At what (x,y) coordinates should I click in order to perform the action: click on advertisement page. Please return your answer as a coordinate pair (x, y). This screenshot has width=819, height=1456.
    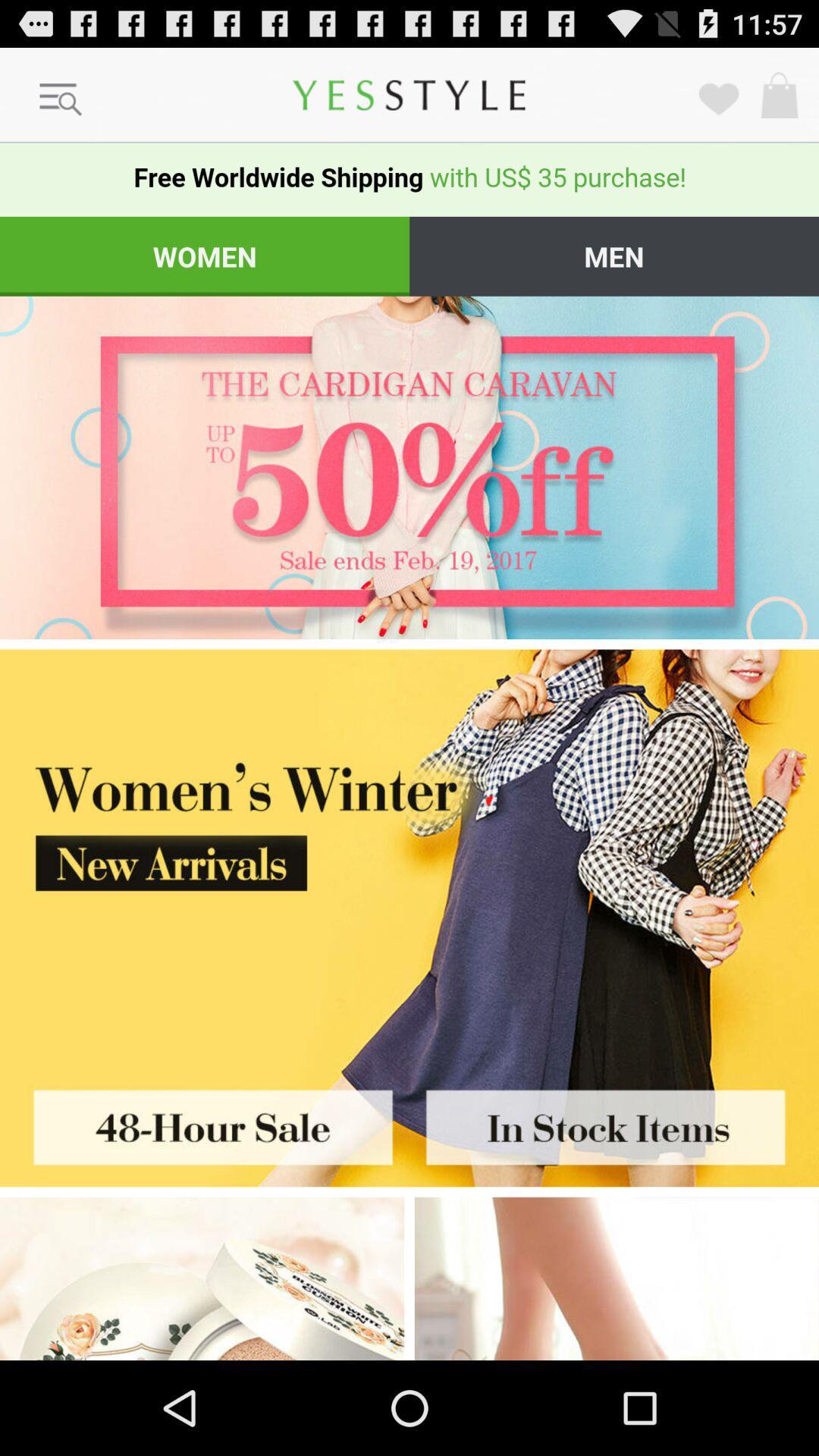
    Looking at the image, I should click on (205, 1122).